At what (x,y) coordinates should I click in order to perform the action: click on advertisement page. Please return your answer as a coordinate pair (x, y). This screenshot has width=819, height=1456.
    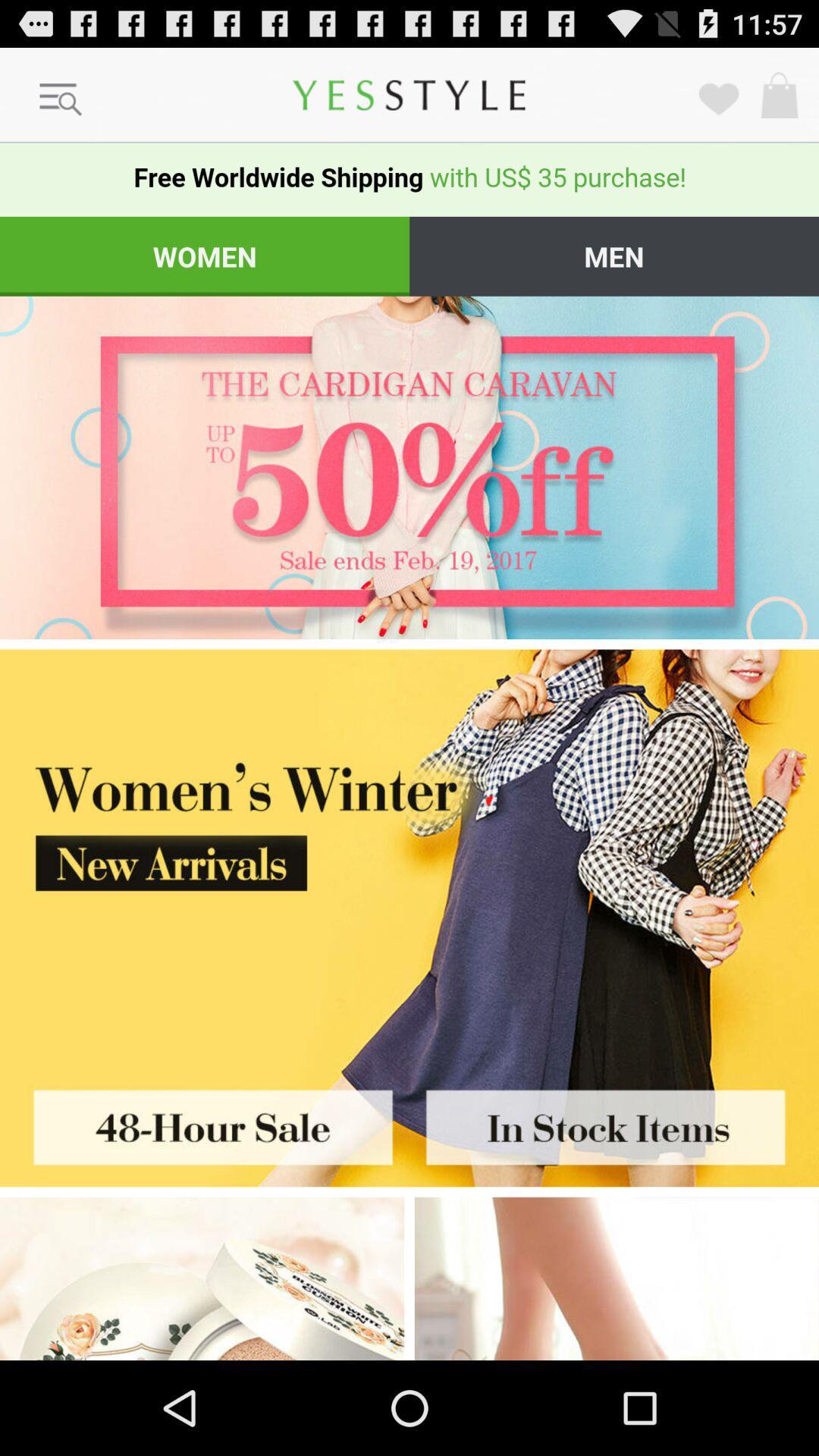
    Looking at the image, I should click on (205, 1122).